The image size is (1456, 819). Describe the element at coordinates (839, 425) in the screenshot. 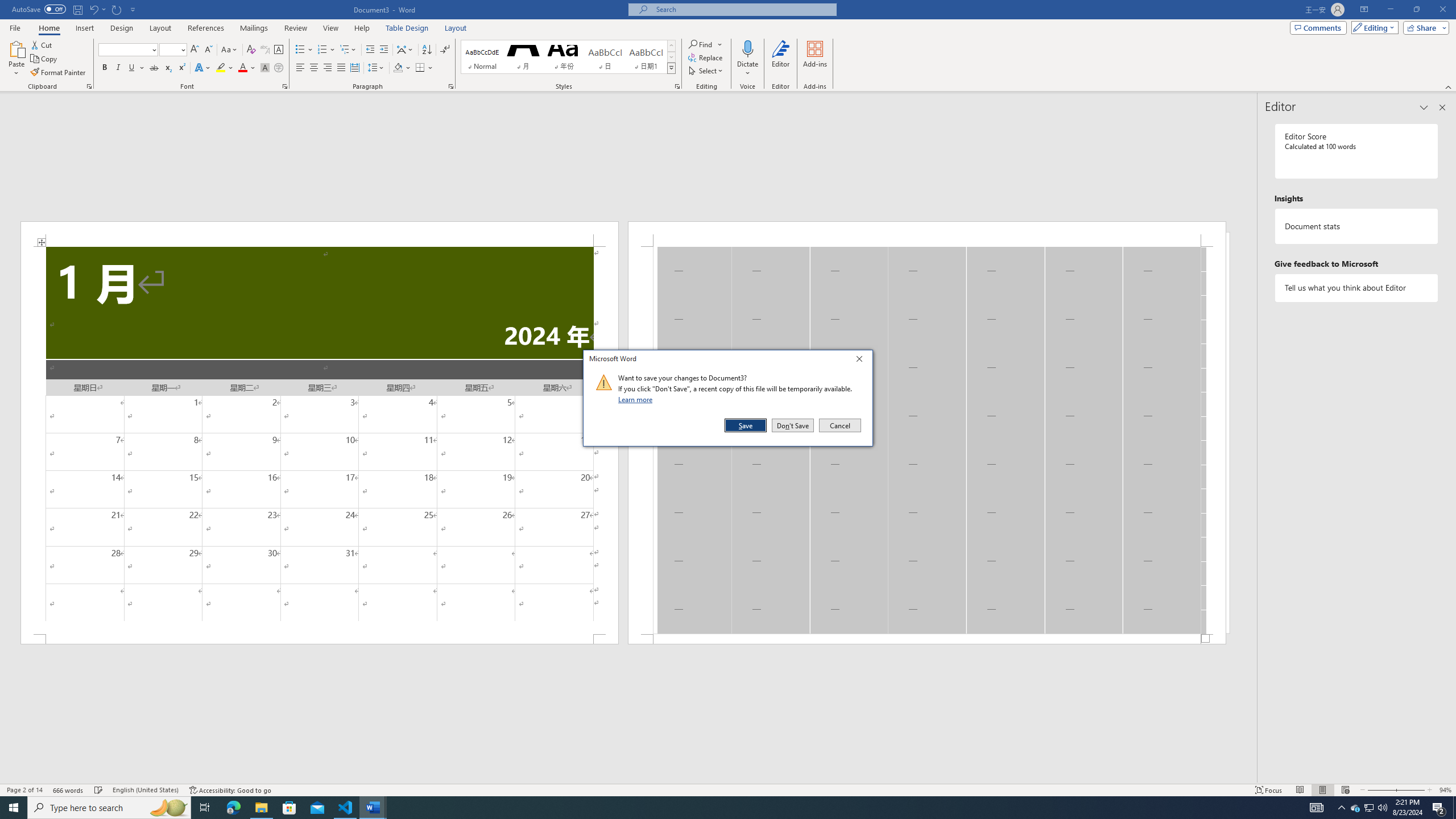

I see `'Cancel'` at that location.